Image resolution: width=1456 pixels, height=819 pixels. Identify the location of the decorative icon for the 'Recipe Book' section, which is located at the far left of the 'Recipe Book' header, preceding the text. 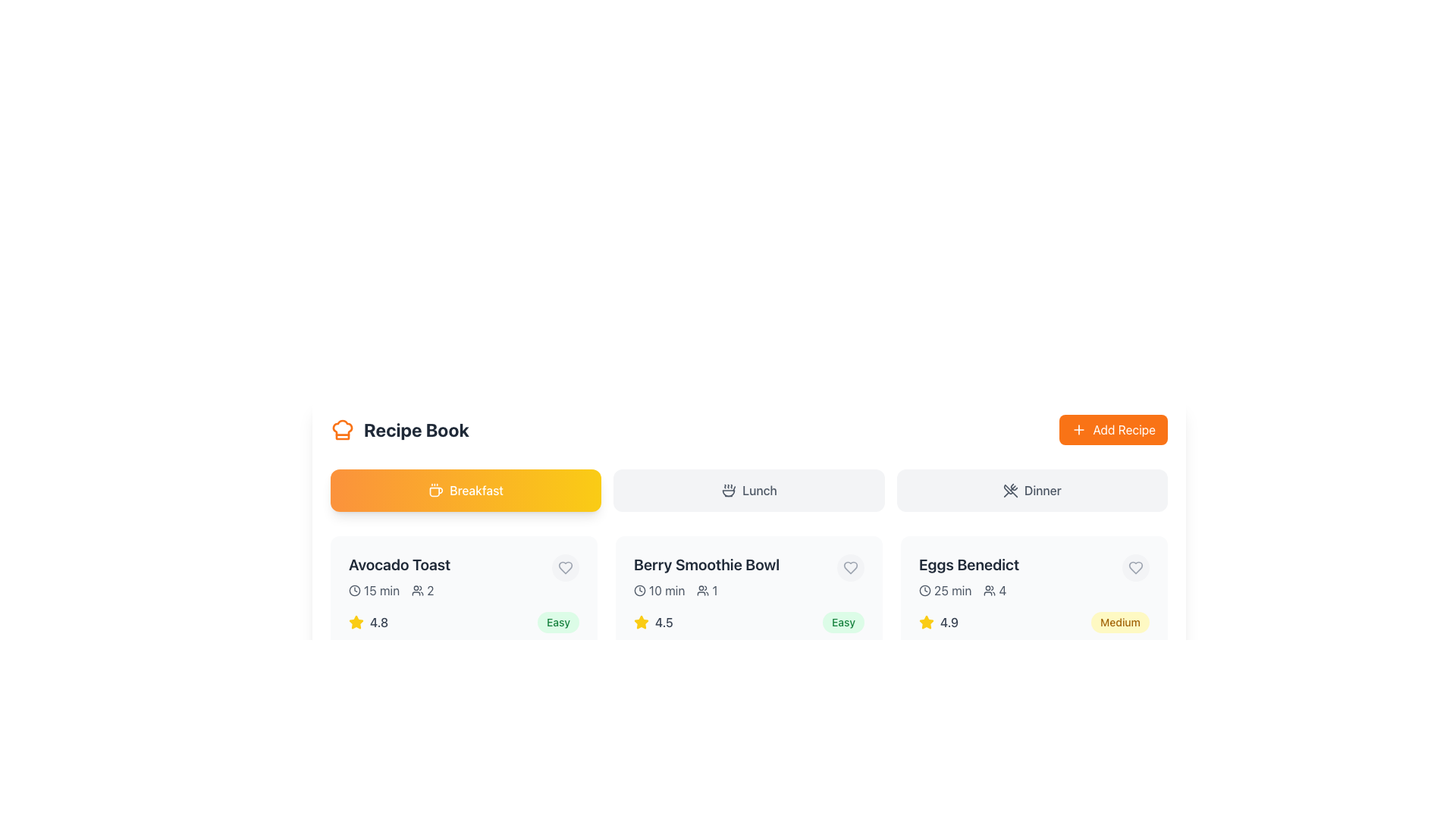
(341, 430).